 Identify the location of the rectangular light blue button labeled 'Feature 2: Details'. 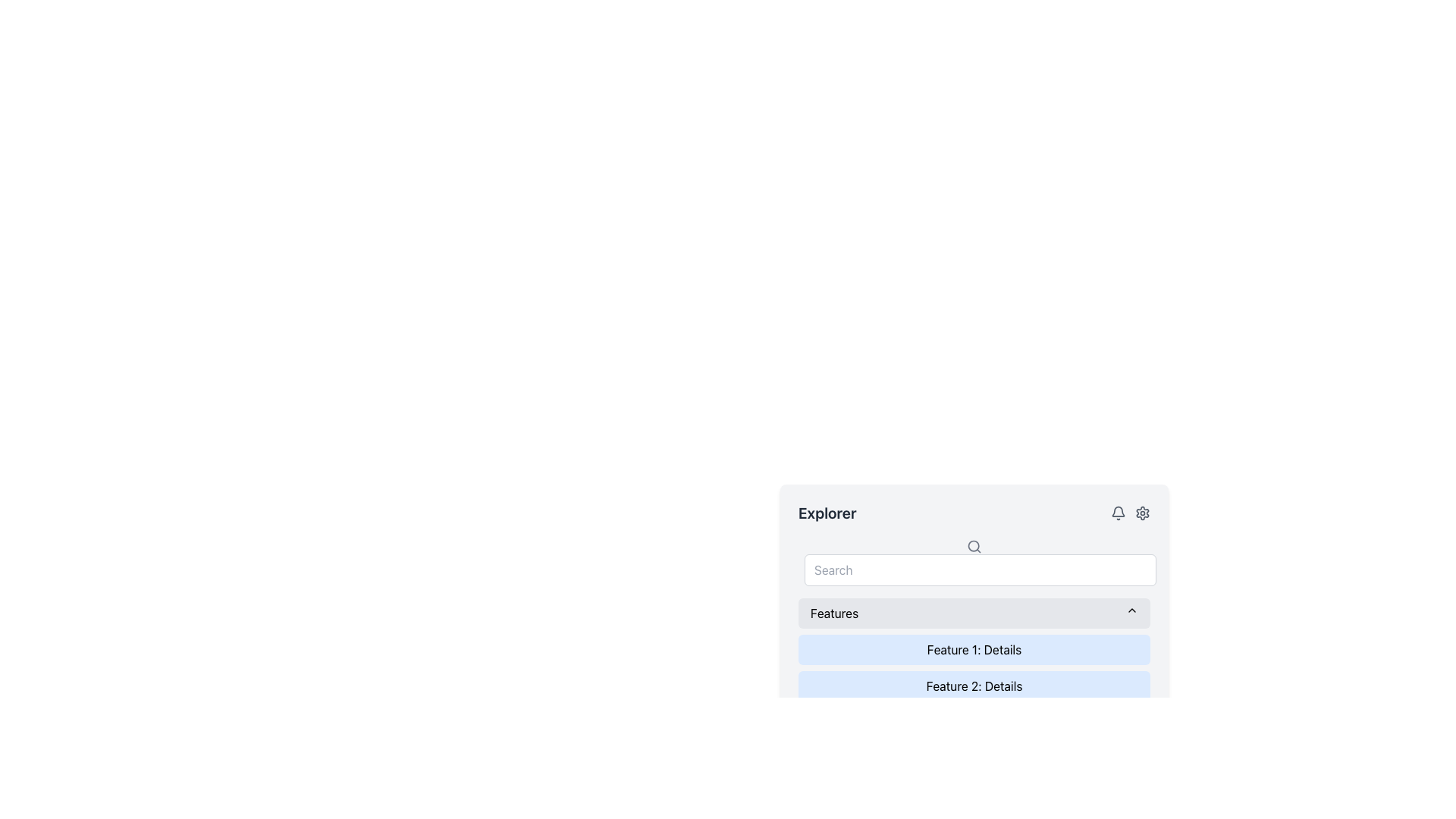
(974, 686).